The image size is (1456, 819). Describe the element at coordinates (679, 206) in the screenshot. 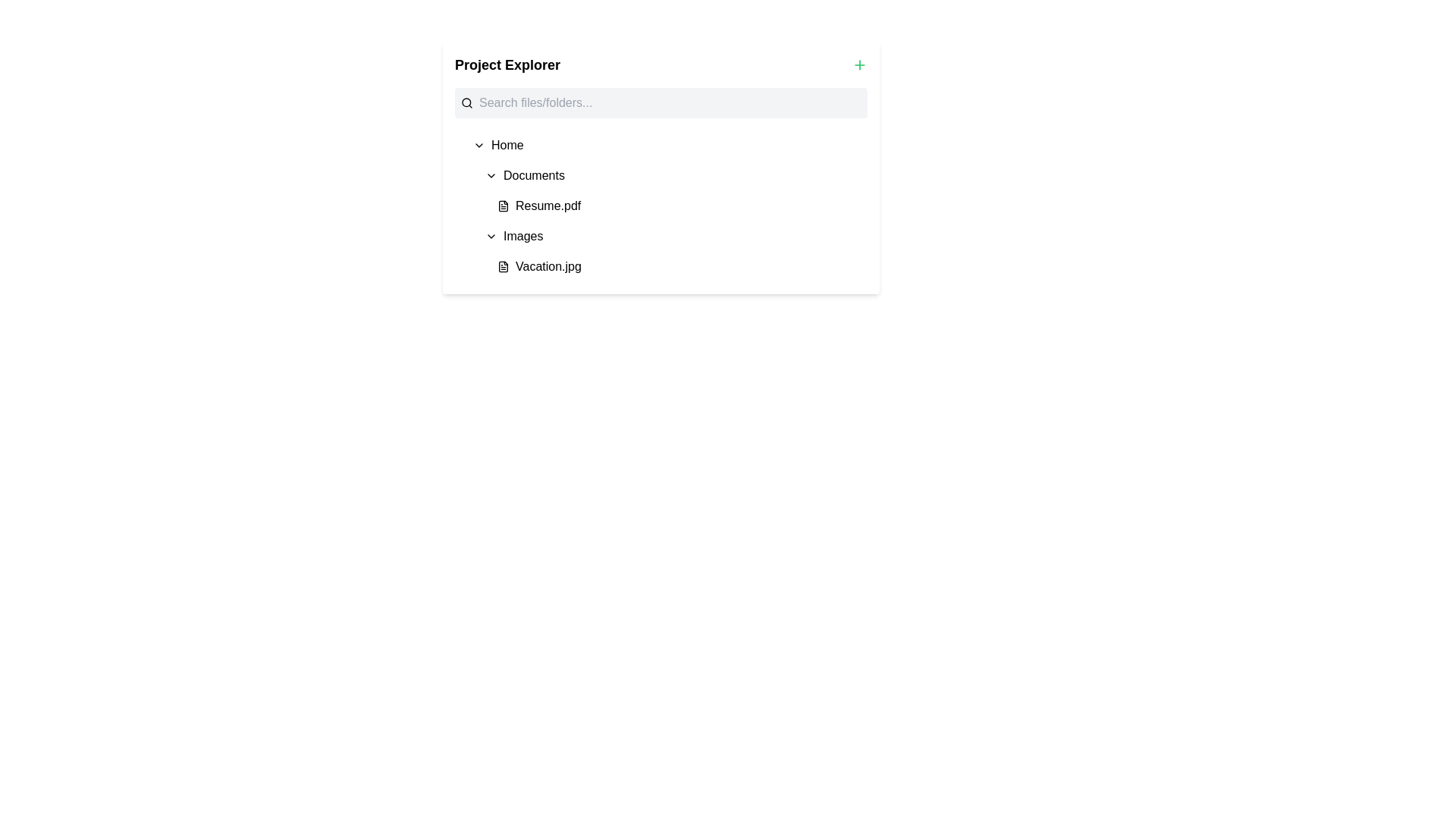

I see `the list item representing the file 'Resume.pdf'` at that location.